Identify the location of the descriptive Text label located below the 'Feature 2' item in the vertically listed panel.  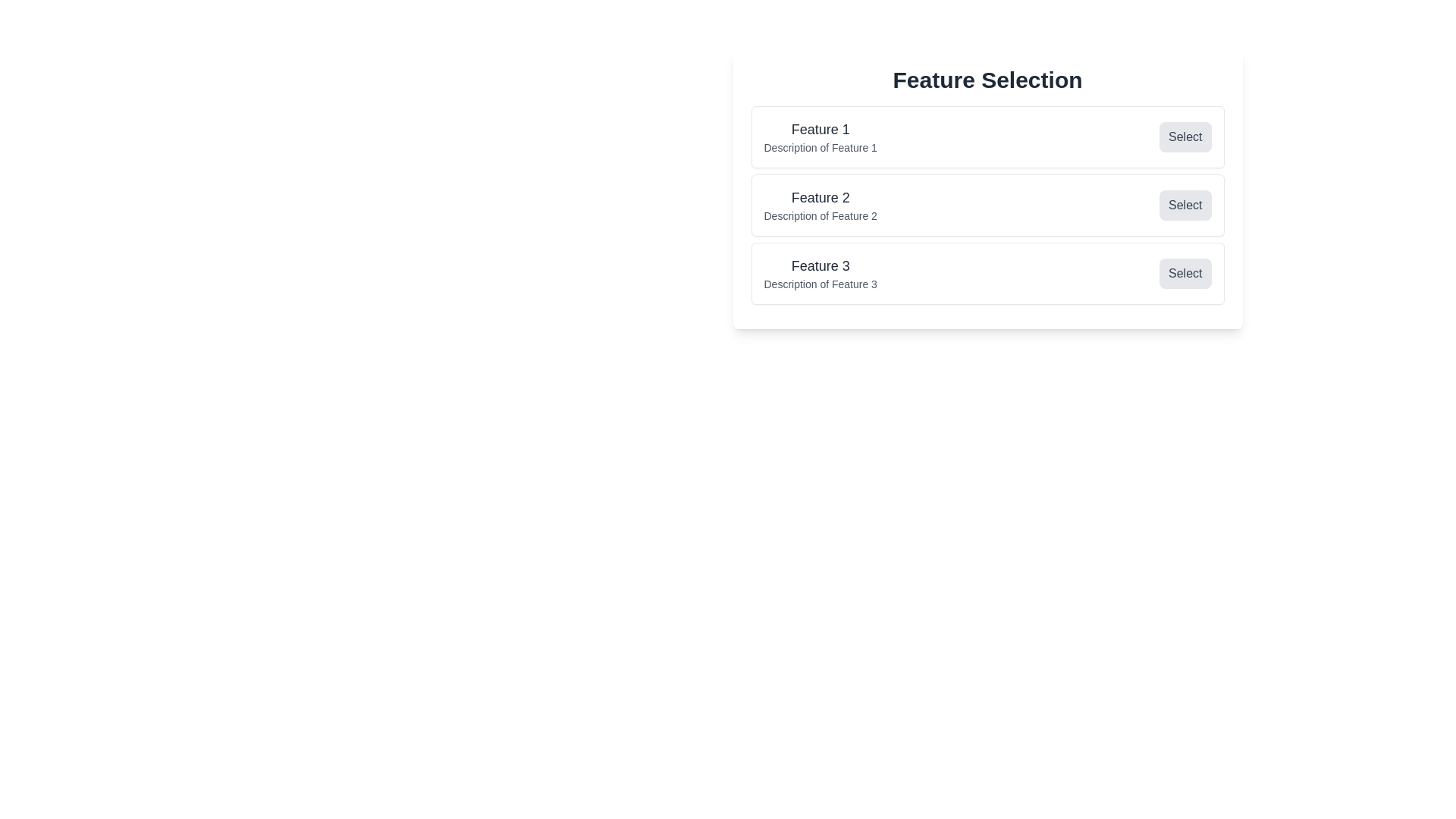
(820, 216).